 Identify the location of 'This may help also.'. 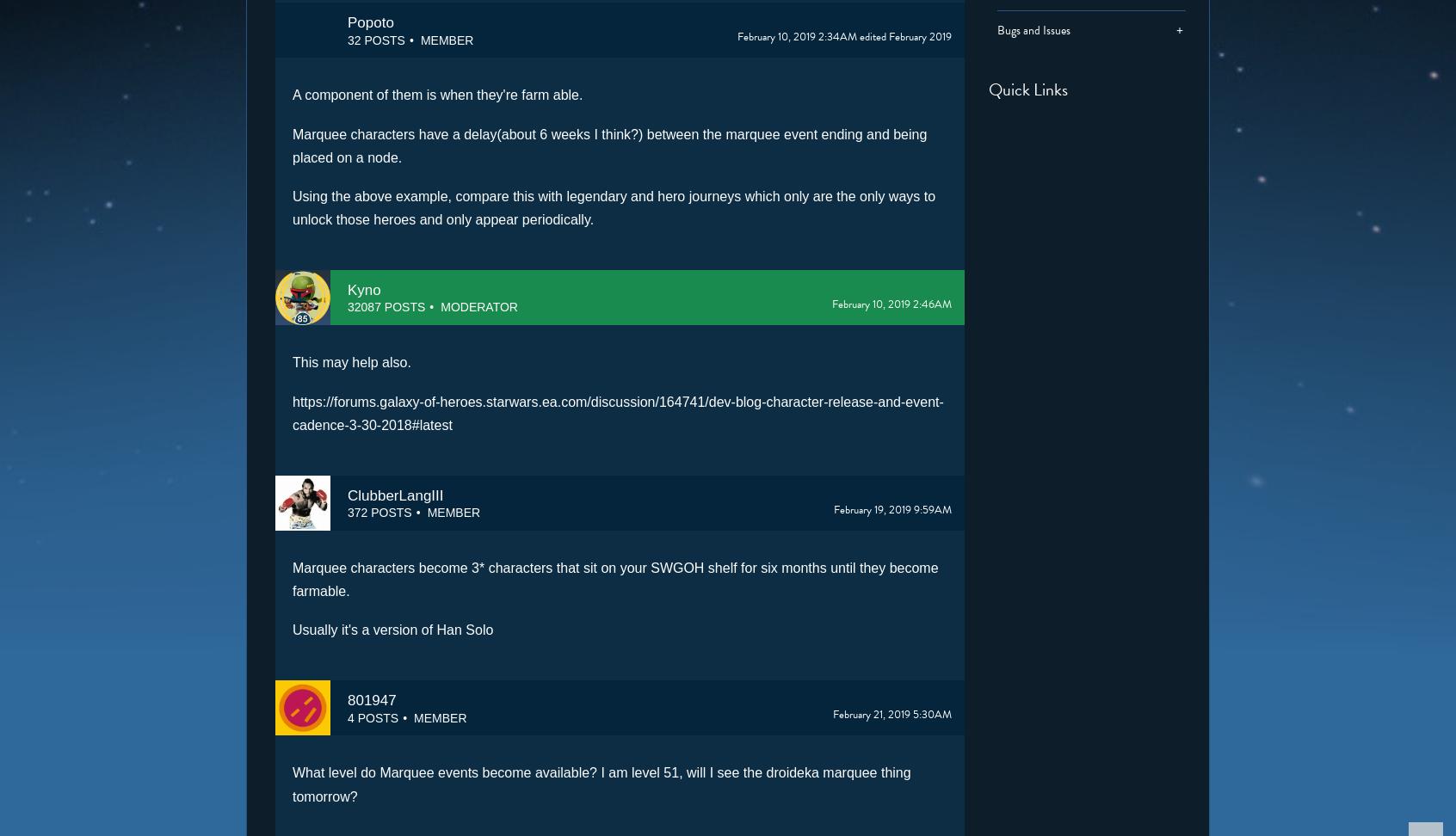
(351, 362).